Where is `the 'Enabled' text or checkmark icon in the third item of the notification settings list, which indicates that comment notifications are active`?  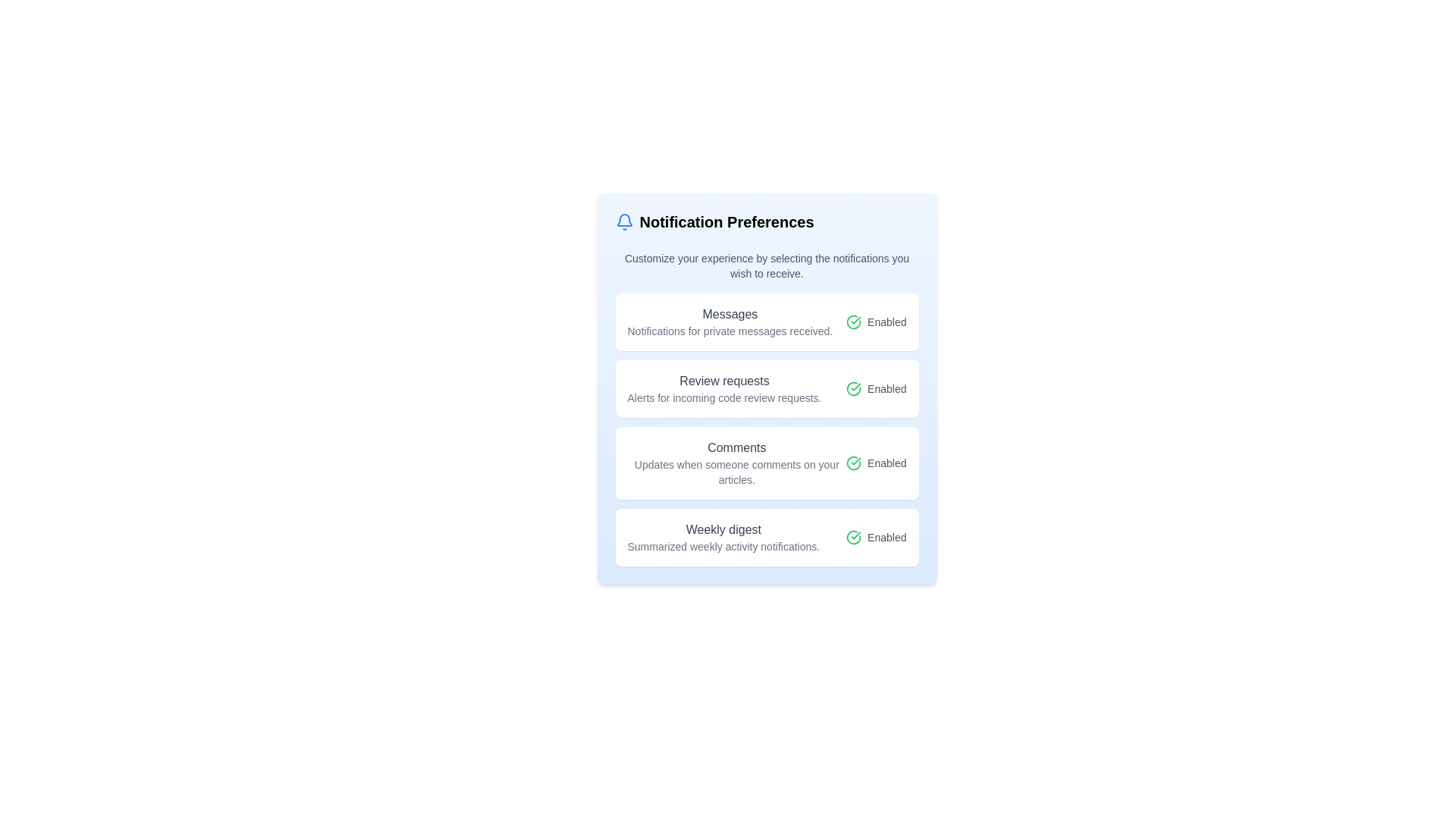 the 'Enabled' text or checkmark icon in the third item of the notification settings list, which indicates that comment notifications are active is located at coordinates (767, 462).